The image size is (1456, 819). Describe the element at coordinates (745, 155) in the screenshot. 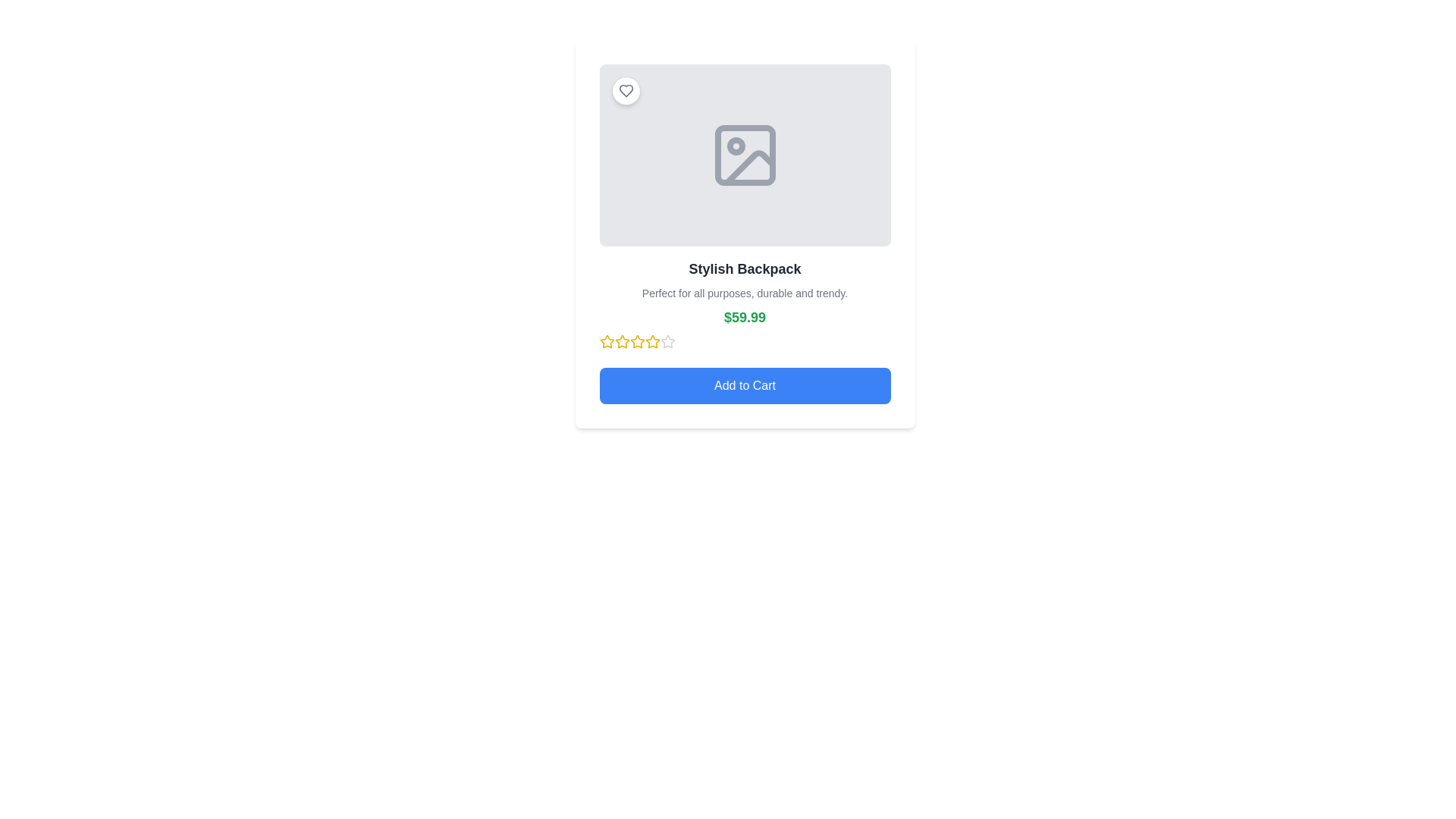

I see `the Placeholder Icon, which is a light gray rounded rectangle located in the upper section of the card layout, above the product title and price details` at that location.